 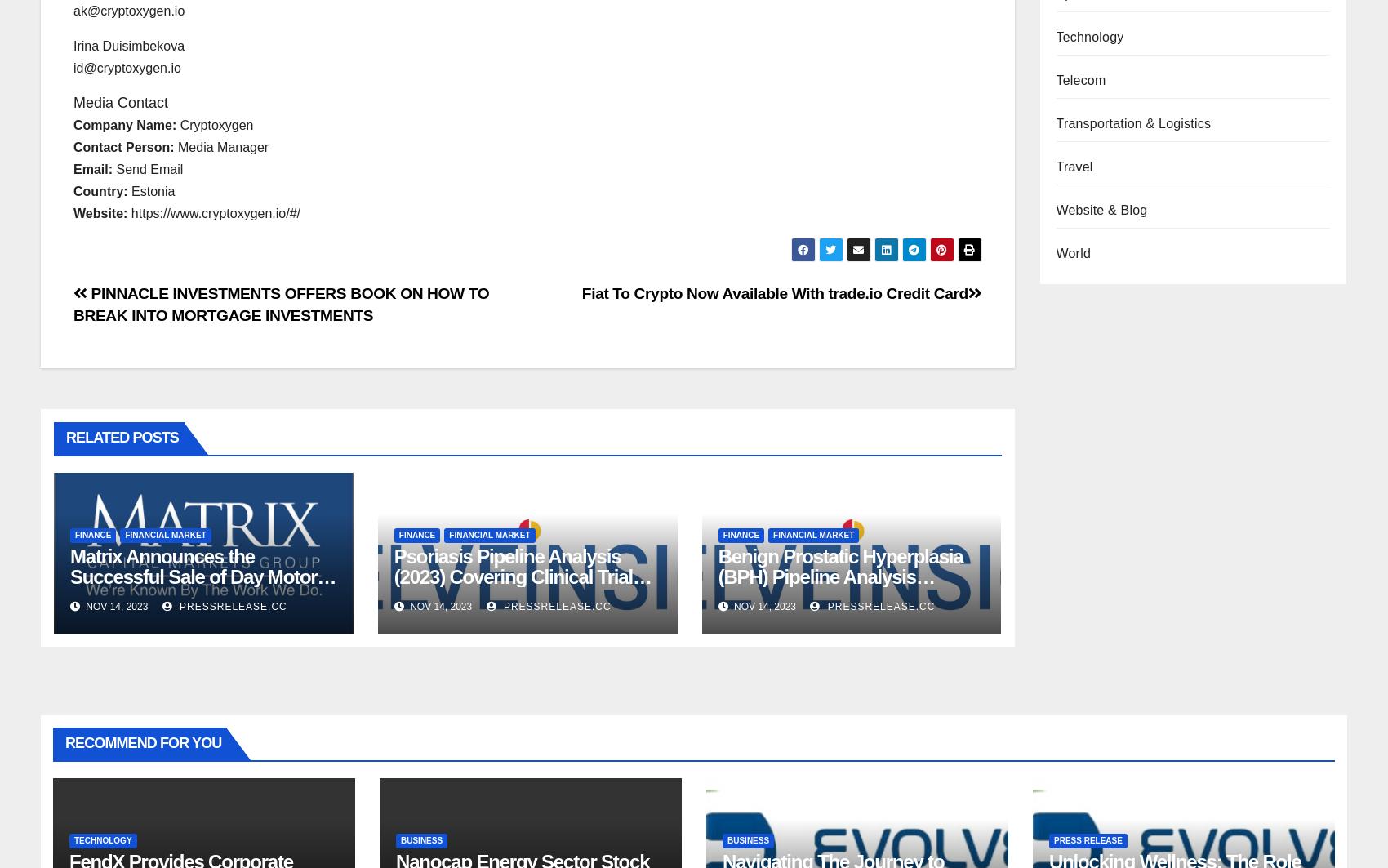 I want to click on 'Media Contact', so click(x=120, y=102).